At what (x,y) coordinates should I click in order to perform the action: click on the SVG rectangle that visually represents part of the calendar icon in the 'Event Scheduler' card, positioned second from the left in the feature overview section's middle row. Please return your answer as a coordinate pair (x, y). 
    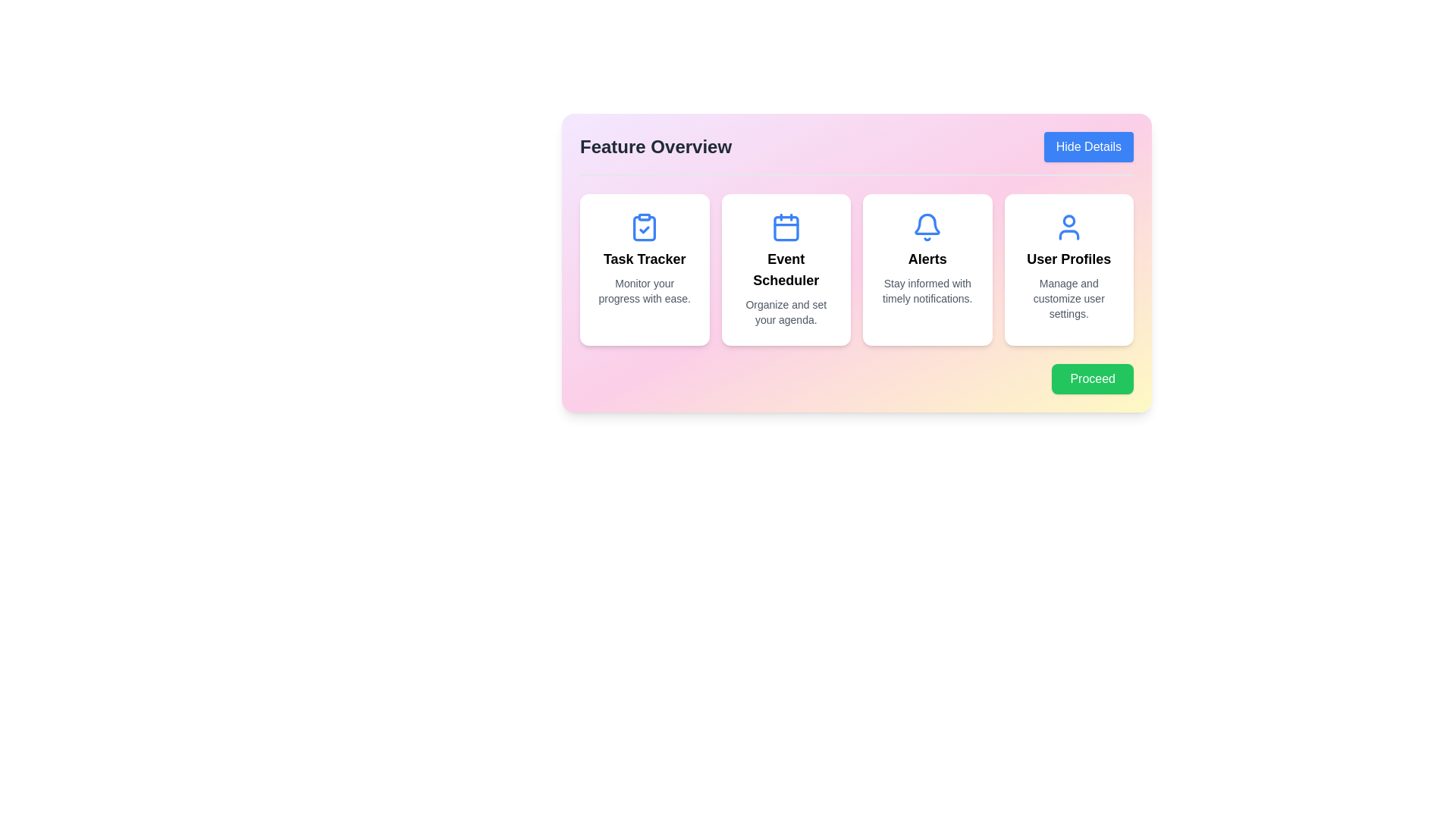
    Looking at the image, I should click on (786, 228).